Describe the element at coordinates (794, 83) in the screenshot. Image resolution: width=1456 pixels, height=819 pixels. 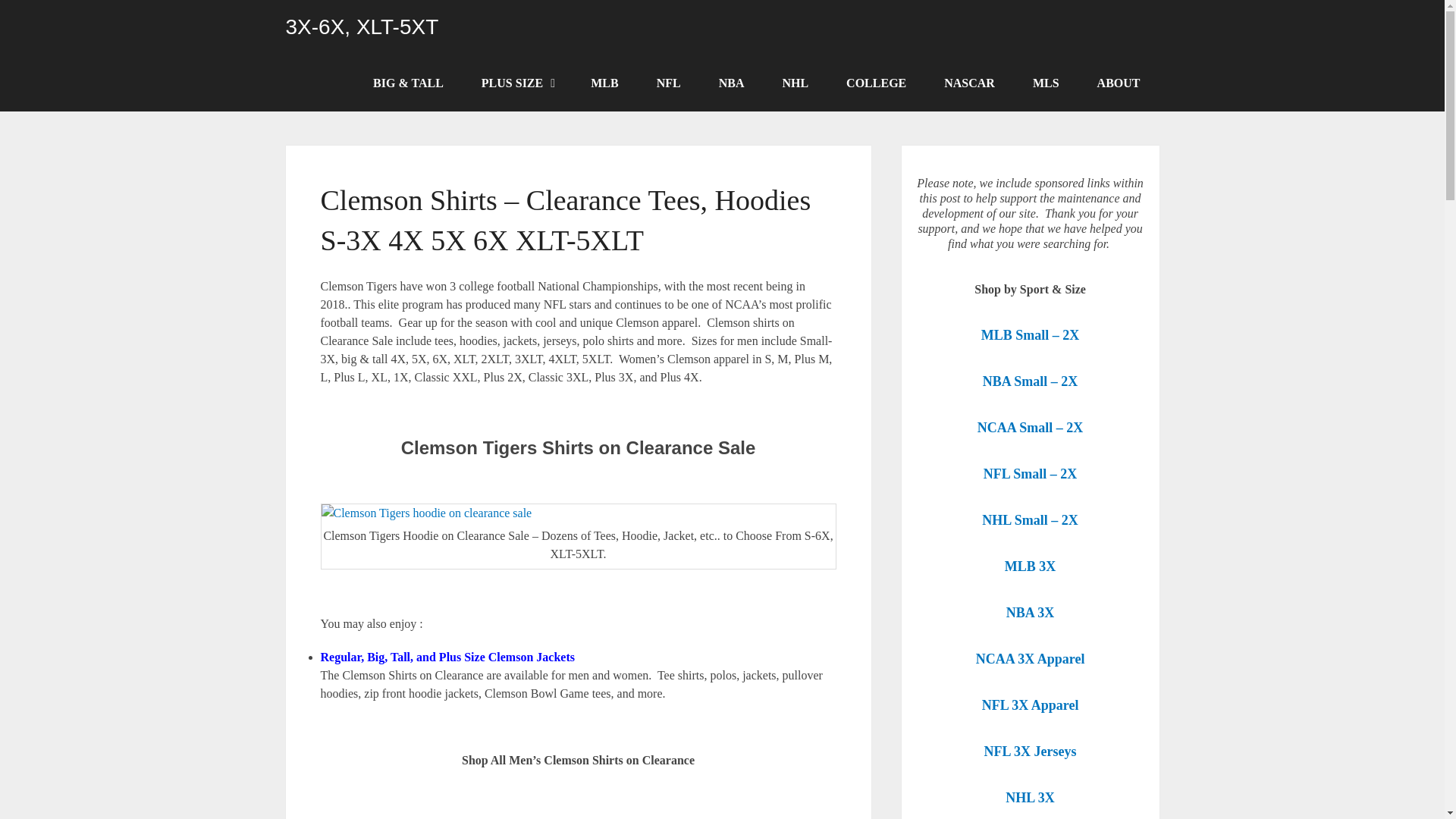
I see `'NHL'` at that location.